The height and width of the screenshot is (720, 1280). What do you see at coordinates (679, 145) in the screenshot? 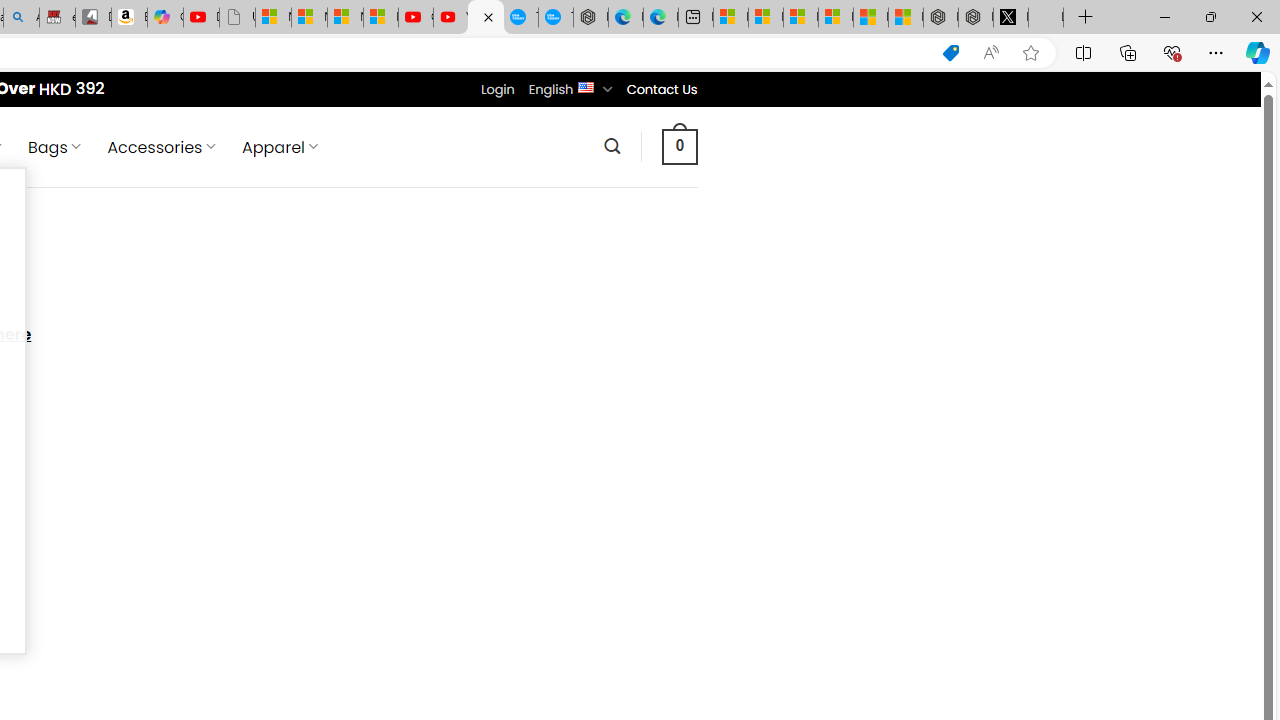
I see `'  0  '` at bounding box center [679, 145].